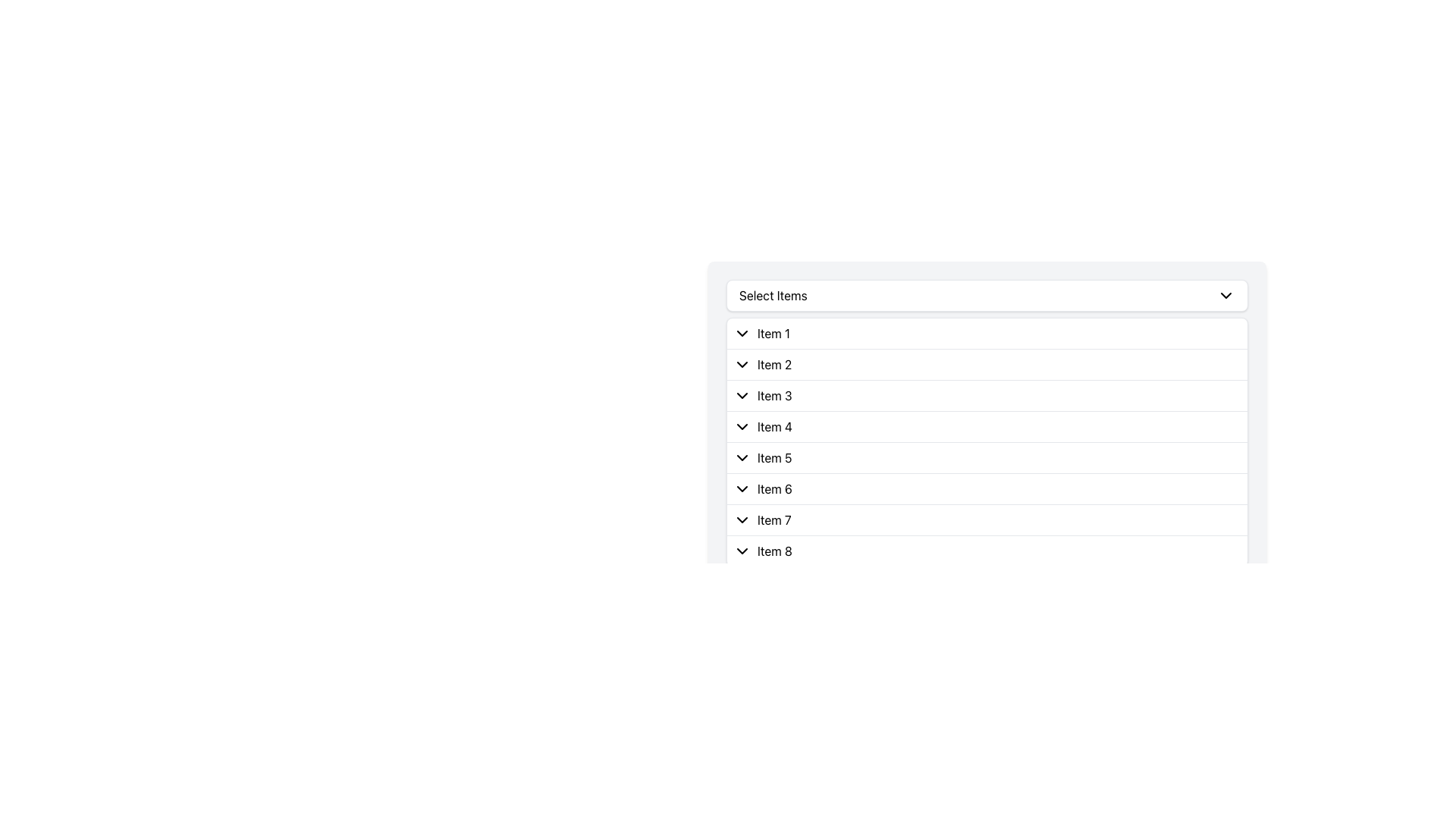  Describe the element at coordinates (774, 394) in the screenshot. I see `the text label 'Item 3' which is the third item in a vertically aligned list titled 'Select Items'` at that location.